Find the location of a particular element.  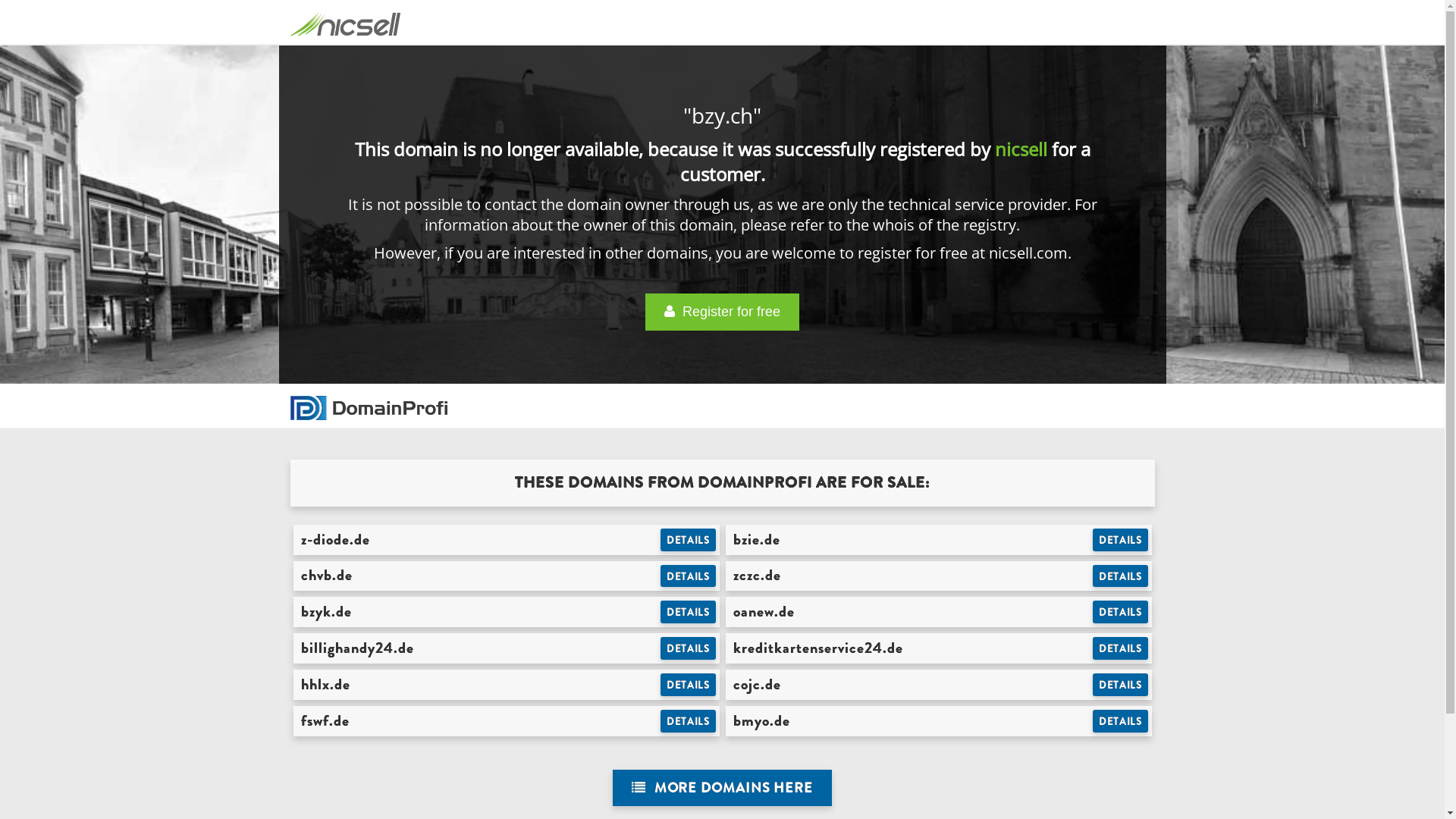

'DETAILS' is located at coordinates (687, 610).